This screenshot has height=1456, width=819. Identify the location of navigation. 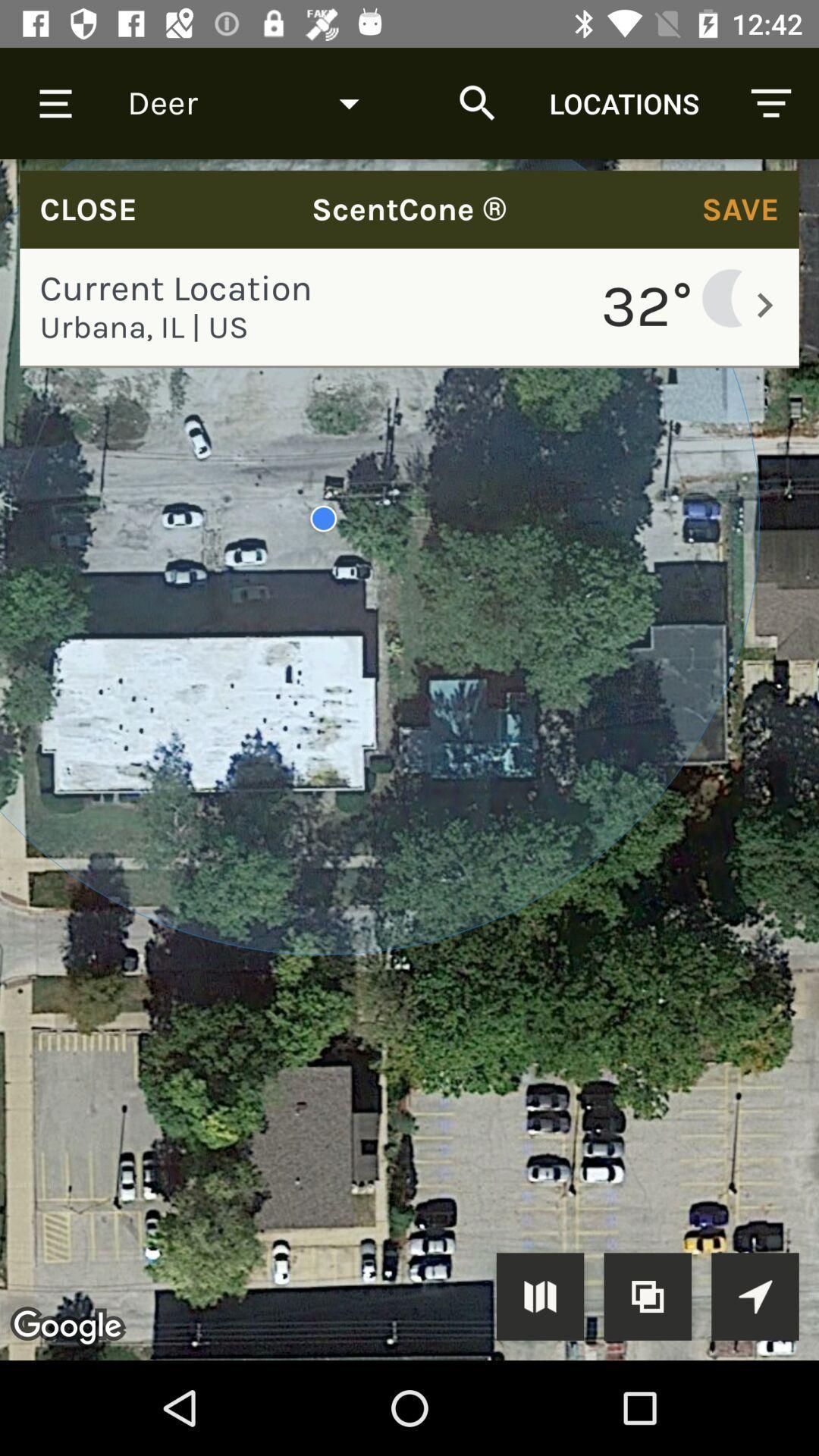
(755, 1295).